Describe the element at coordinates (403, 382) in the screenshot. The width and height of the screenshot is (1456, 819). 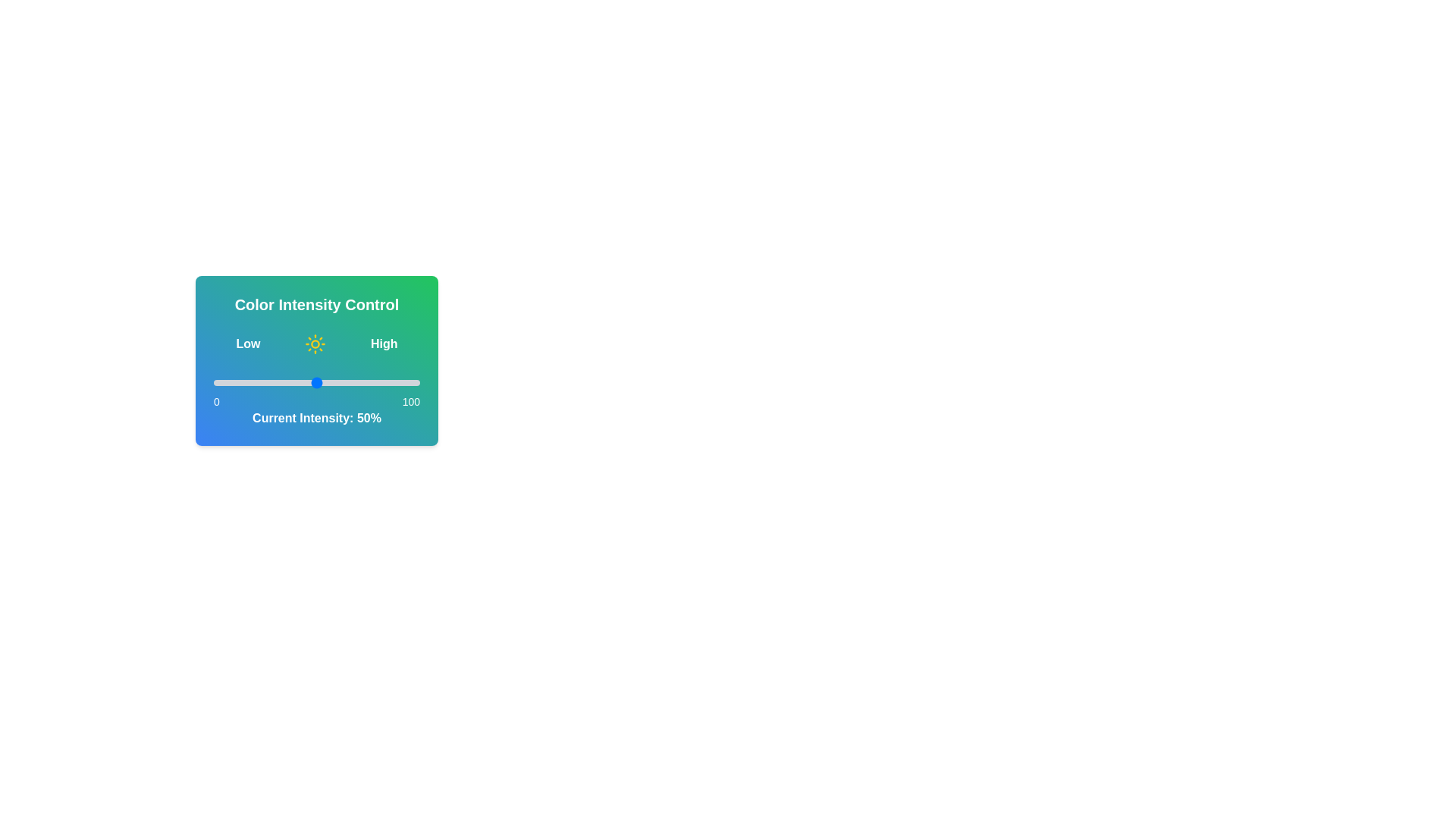
I see `the color intensity` at that location.